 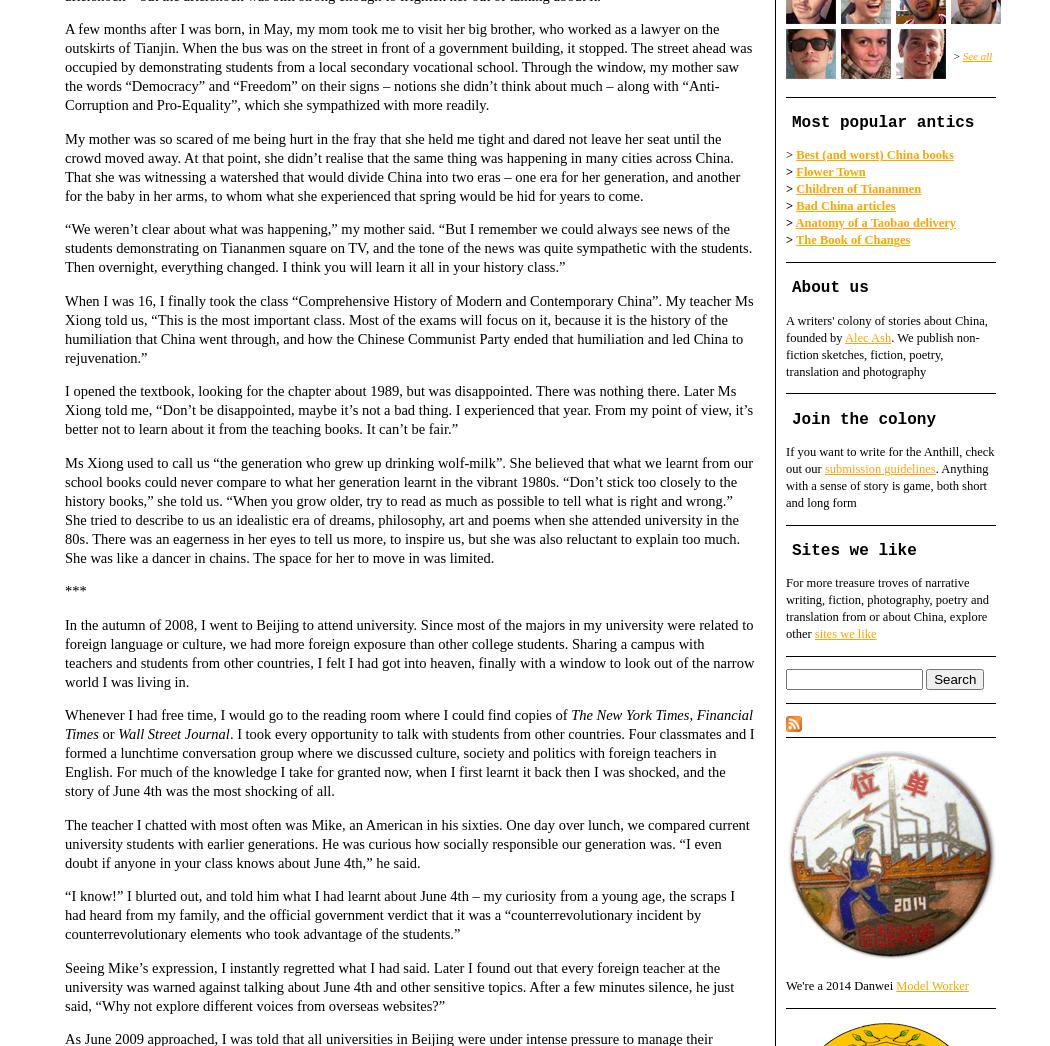 What do you see at coordinates (795, 171) in the screenshot?
I see `'Flower Town'` at bounding box center [795, 171].